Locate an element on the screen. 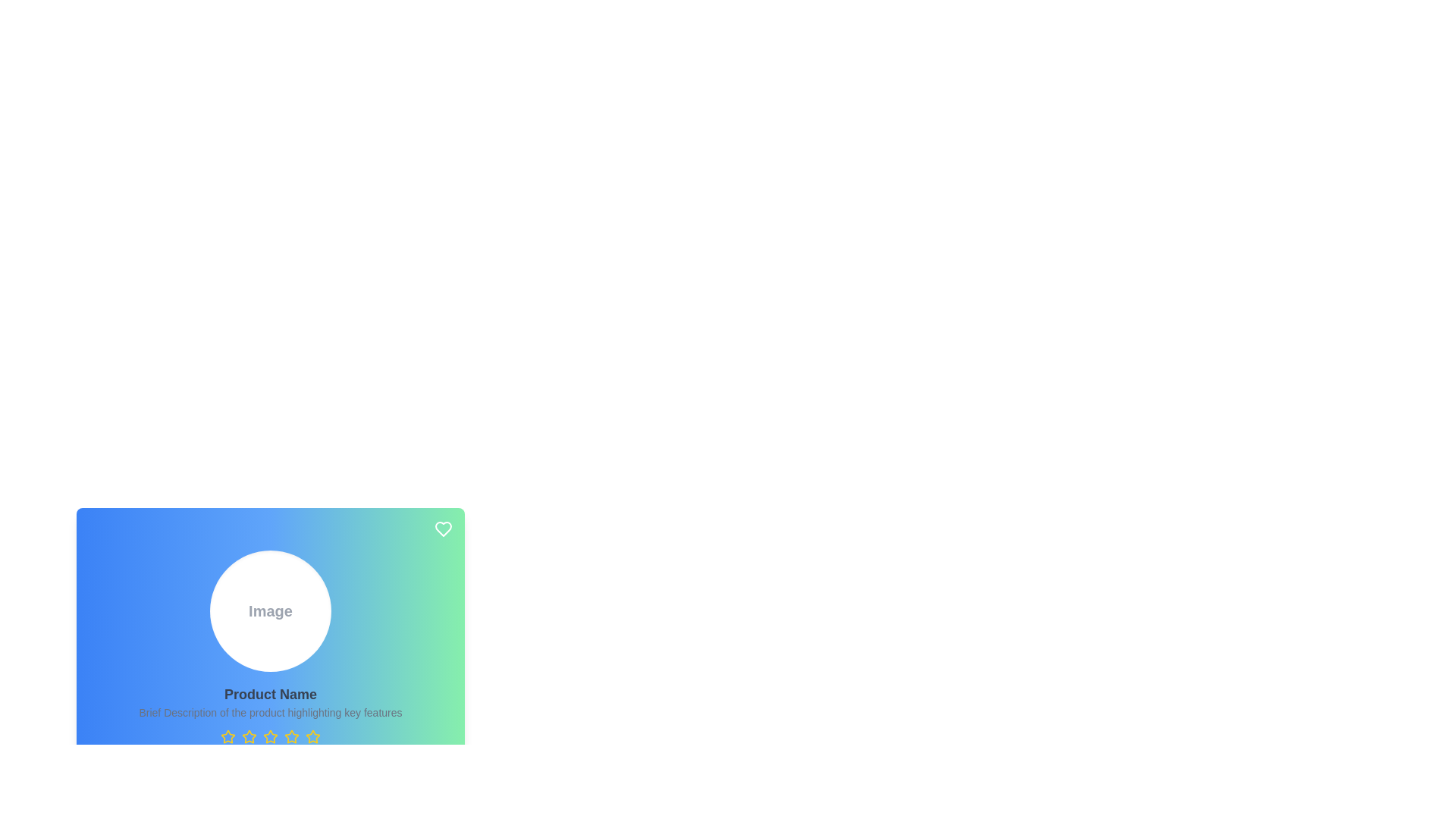 The width and height of the screenshot is (1456, 819). the third star in the row of five stars is located at coordinates (269, 736).